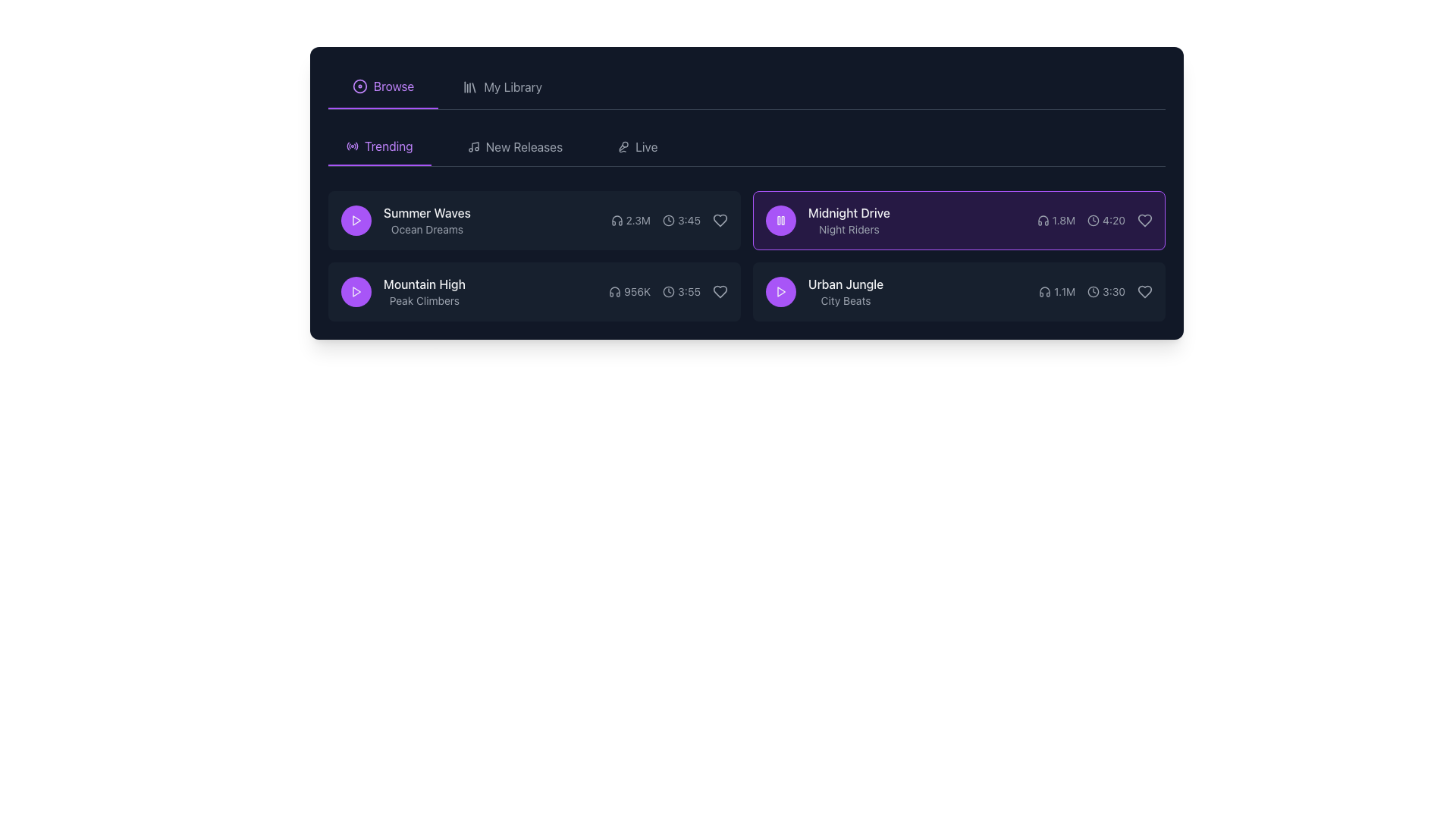  I want to click on the metadata of the first music track entry in the 'Trending' section, so click(535, 220).